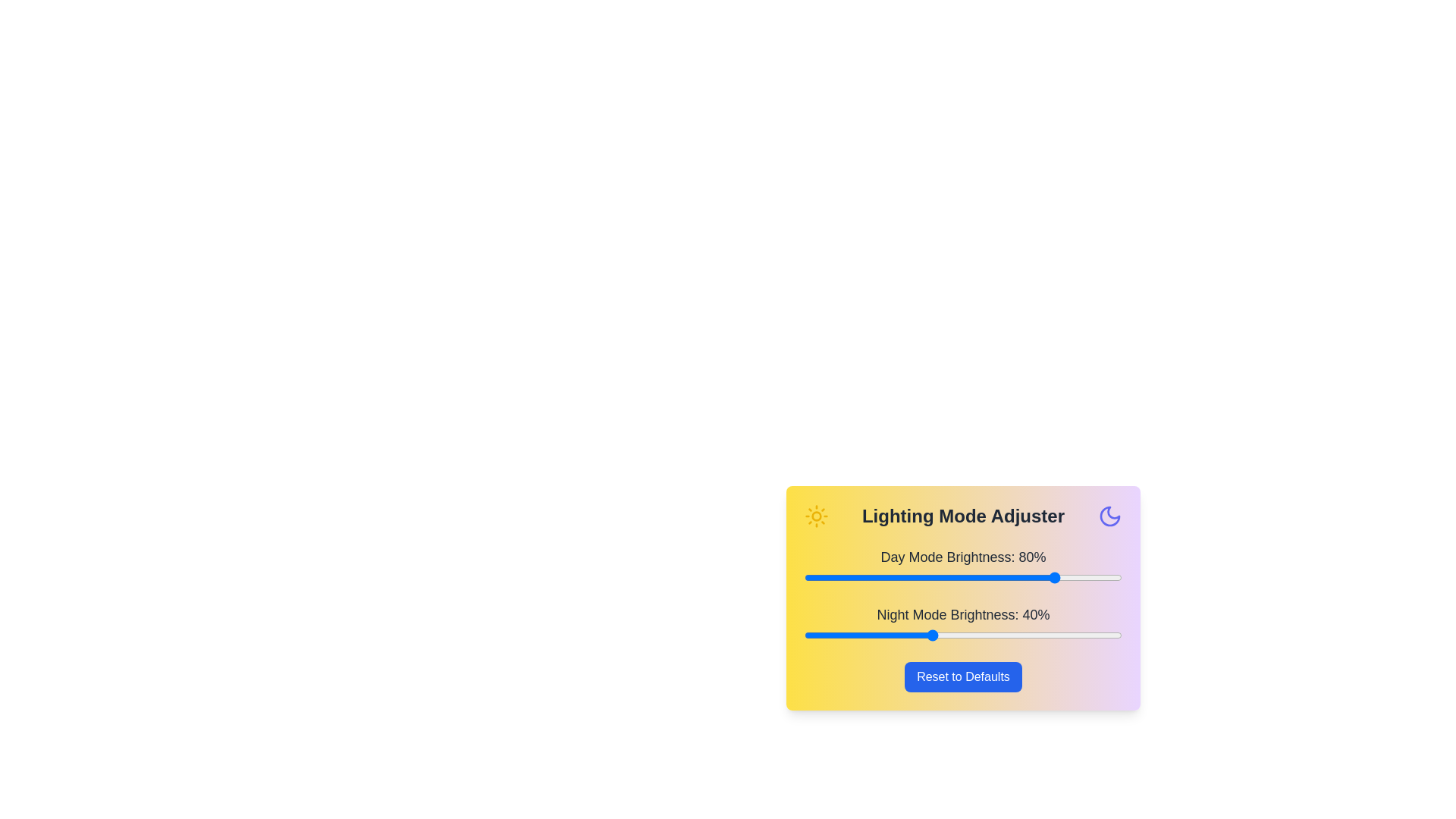 The height and width of the screenshot is (819, 1456). I want to click on the night mode brightness slider to 34%, so click(912, 635).